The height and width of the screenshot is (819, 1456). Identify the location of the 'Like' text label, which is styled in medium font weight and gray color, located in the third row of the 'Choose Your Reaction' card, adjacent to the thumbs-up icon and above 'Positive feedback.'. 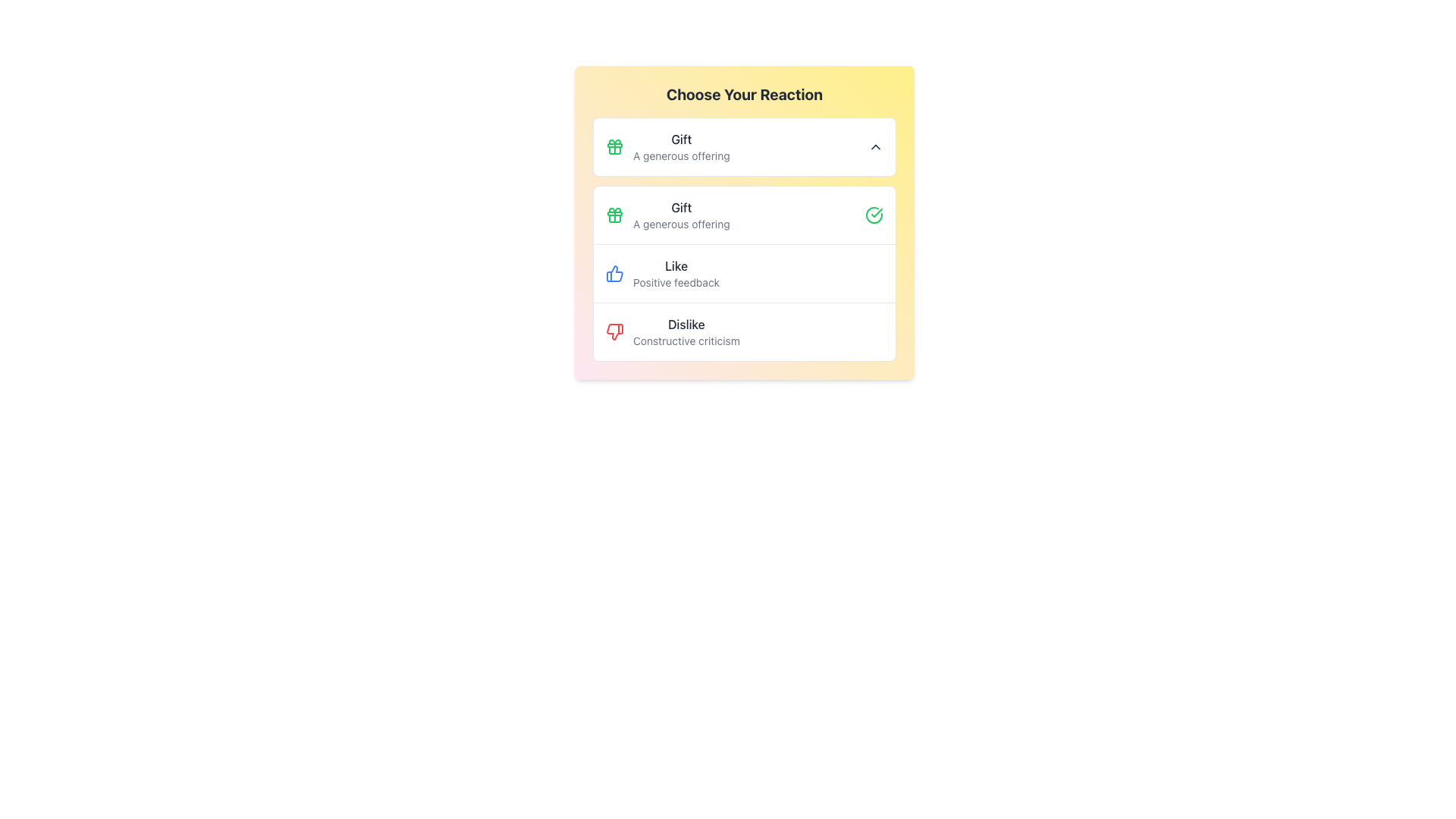
(676, 265).